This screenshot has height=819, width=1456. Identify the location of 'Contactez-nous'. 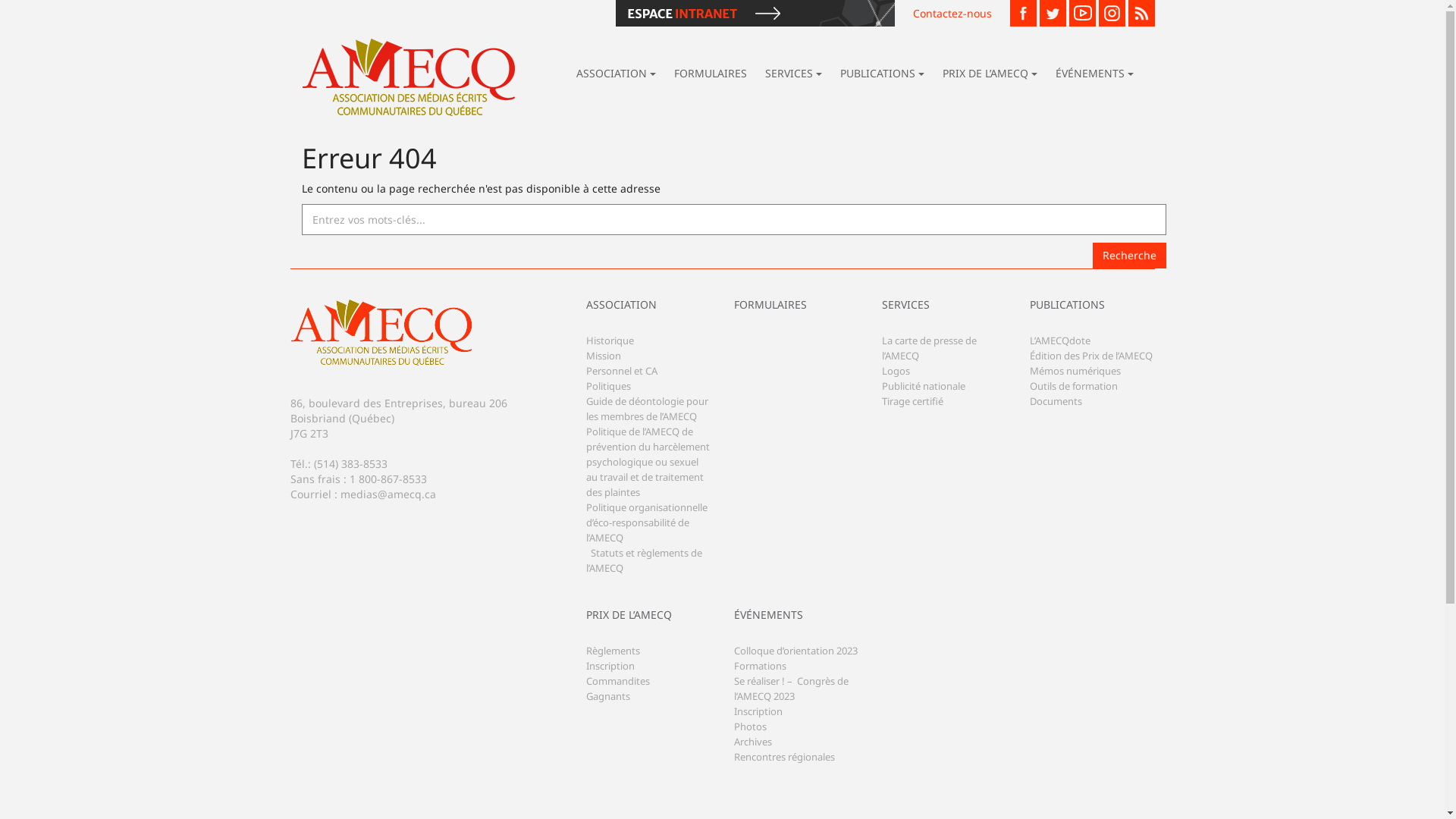
(952, 13).